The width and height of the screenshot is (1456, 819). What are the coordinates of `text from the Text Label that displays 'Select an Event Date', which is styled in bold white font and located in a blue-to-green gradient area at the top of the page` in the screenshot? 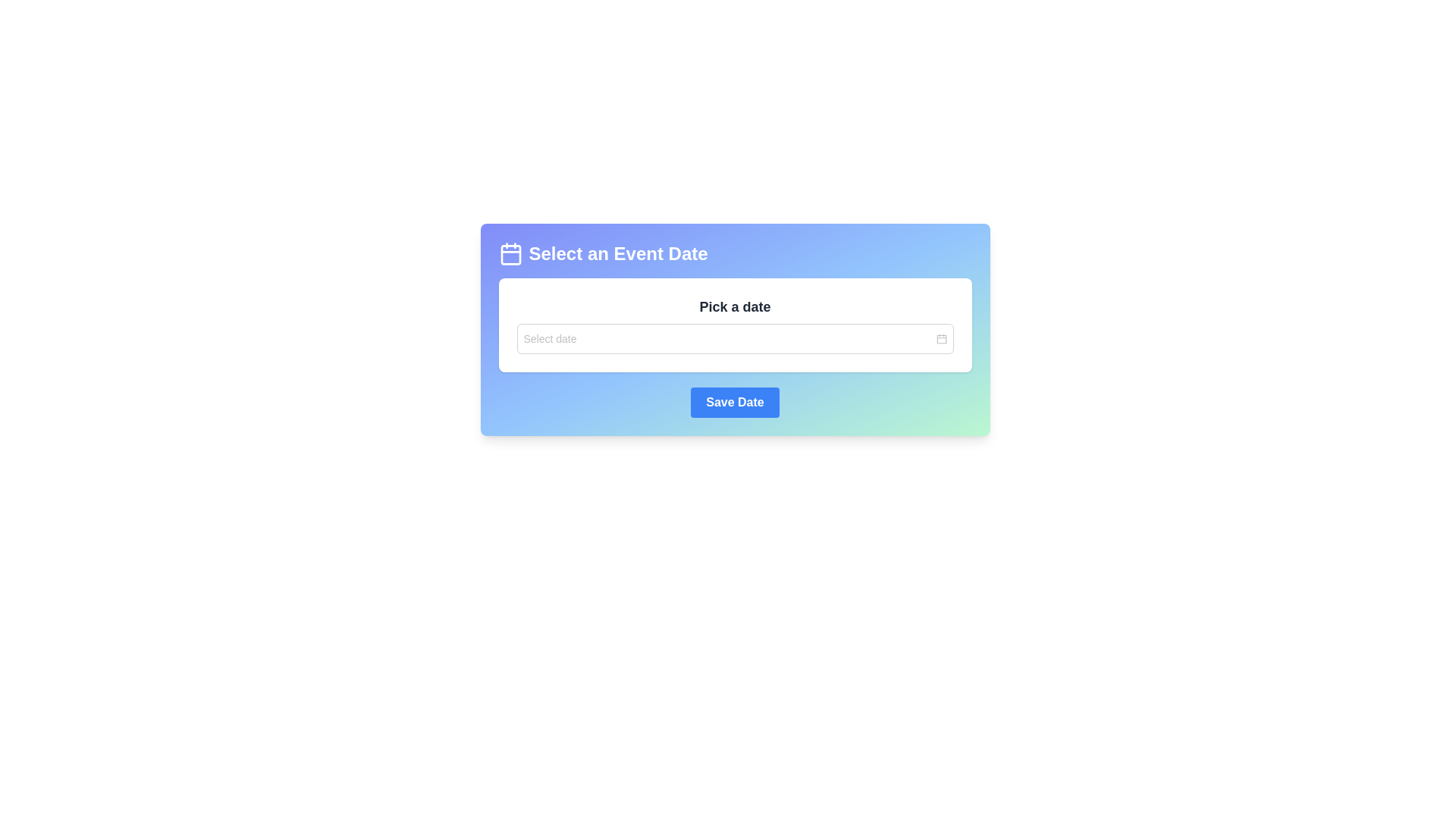 It's located at (618, 253).